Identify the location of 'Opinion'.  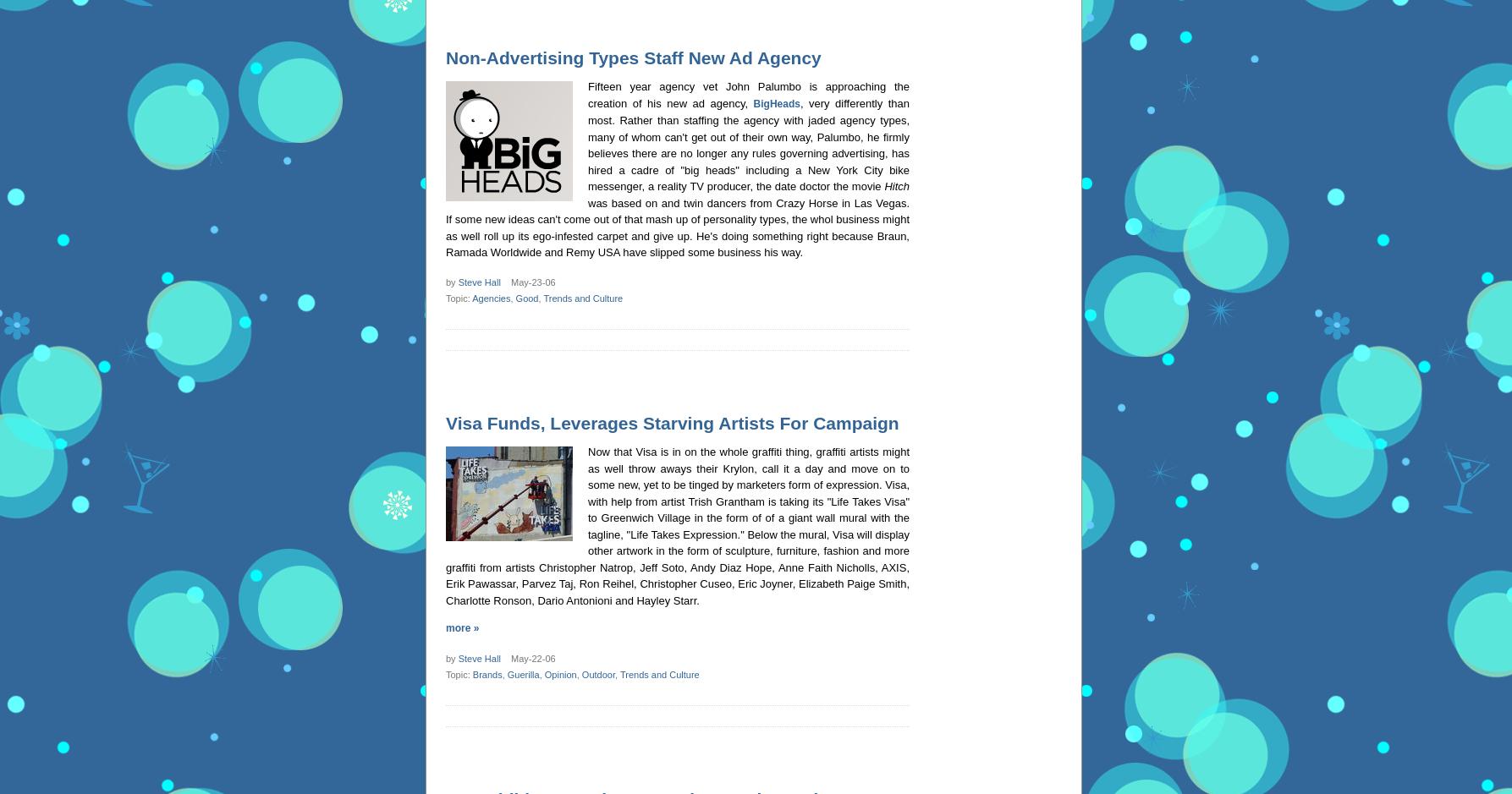
(559, 674).